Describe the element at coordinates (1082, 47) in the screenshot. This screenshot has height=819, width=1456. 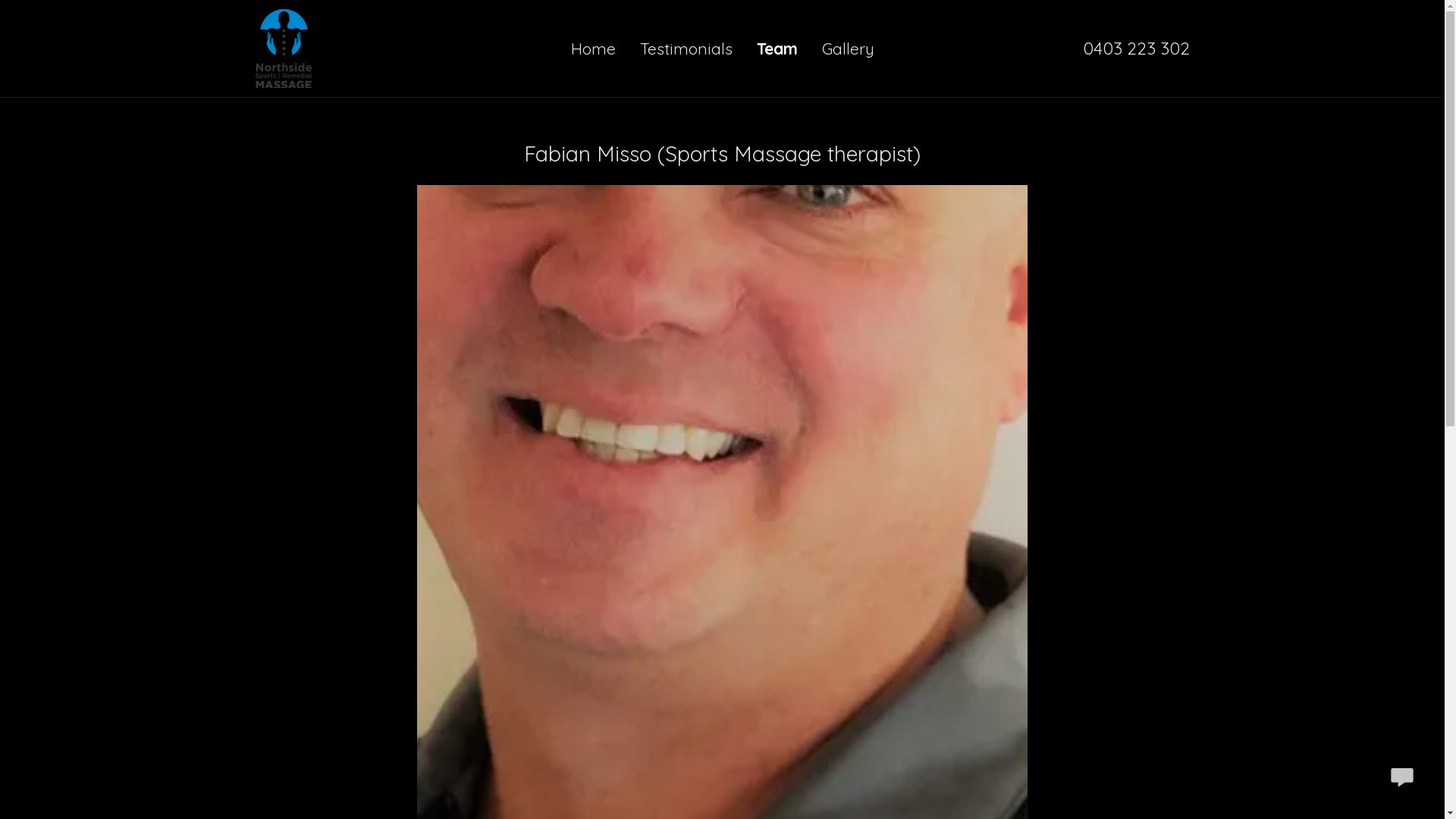
I see `'0403 223 302'` at that location.